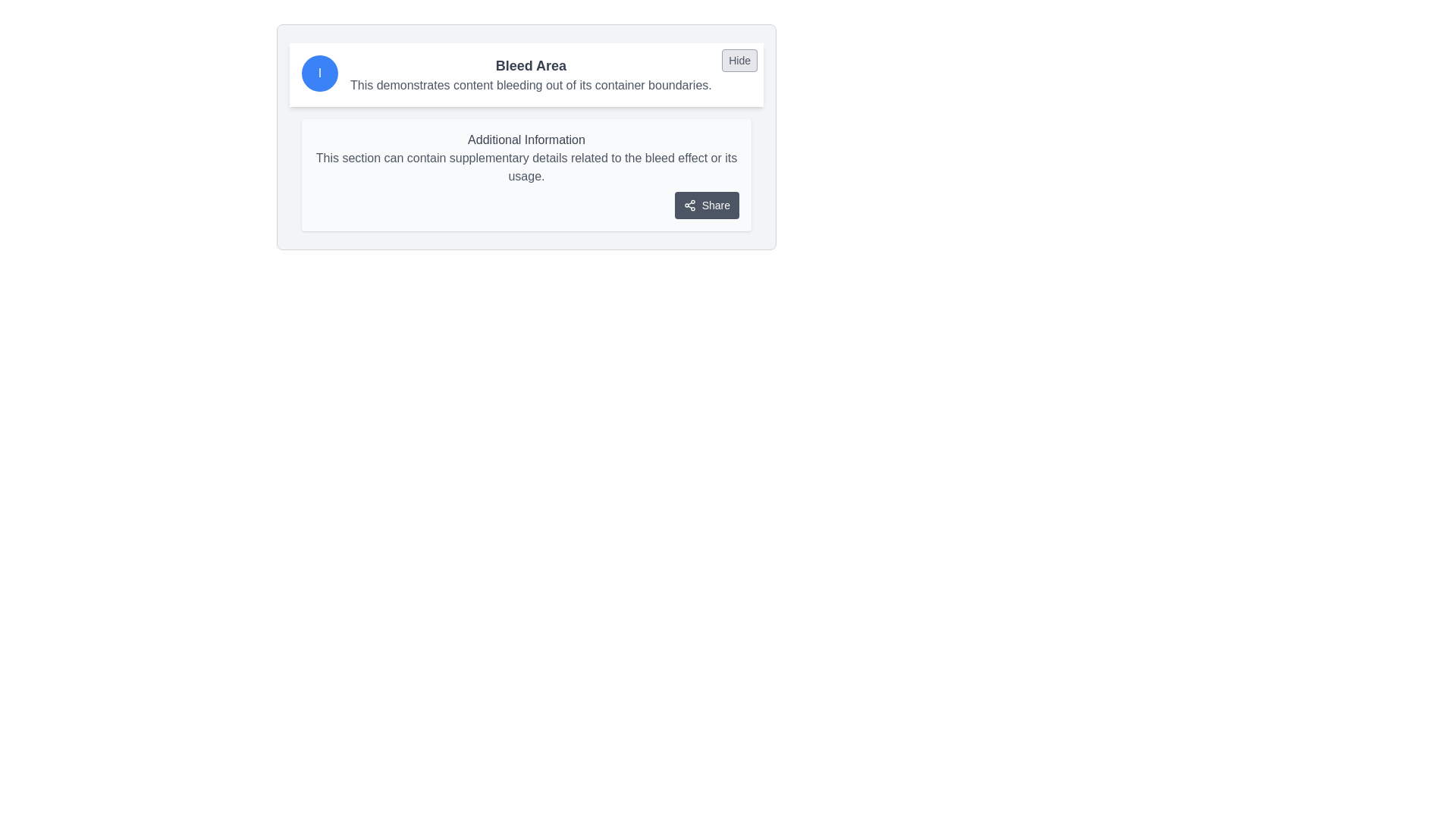  What do you see at coordinates (526, 75) in the screenshot?
I see `text on the Notification banner that informs users about the 'Bleed Area' feature` at bounding box center [526, 75].